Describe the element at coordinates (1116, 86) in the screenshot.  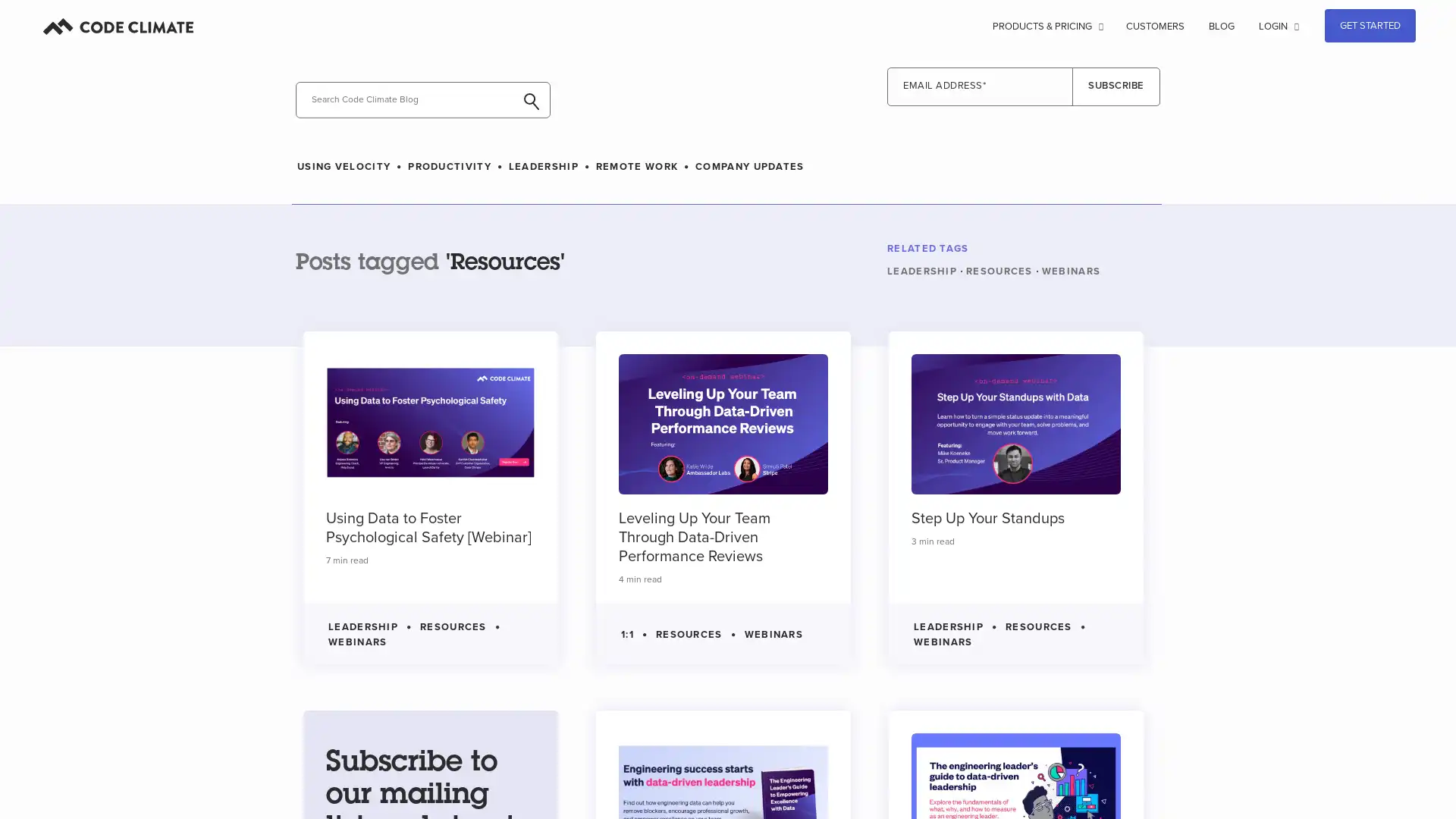
I see `SUBSCRIBE` at that location.